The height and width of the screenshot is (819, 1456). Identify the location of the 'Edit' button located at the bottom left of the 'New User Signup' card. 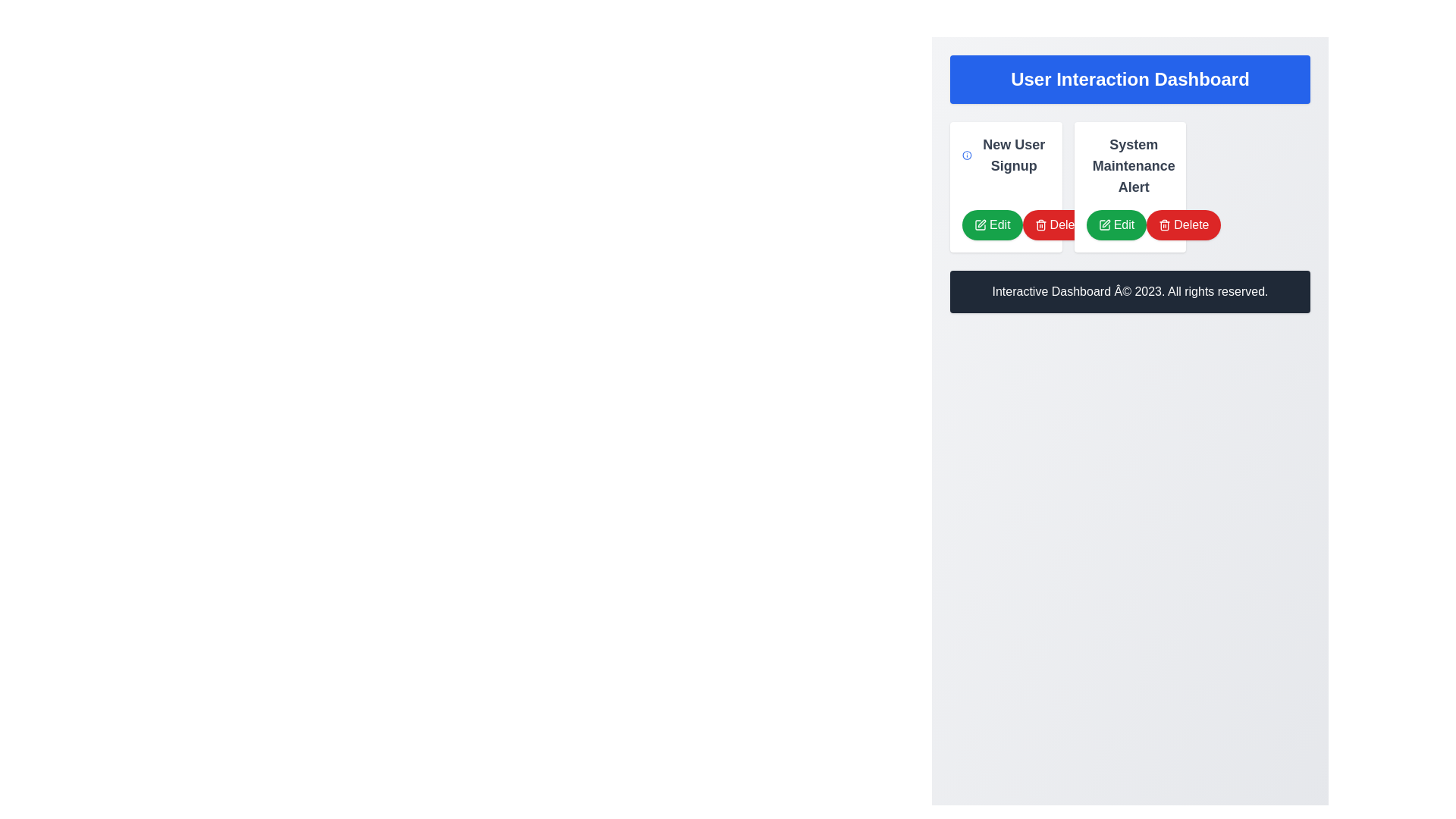
(992, 225).